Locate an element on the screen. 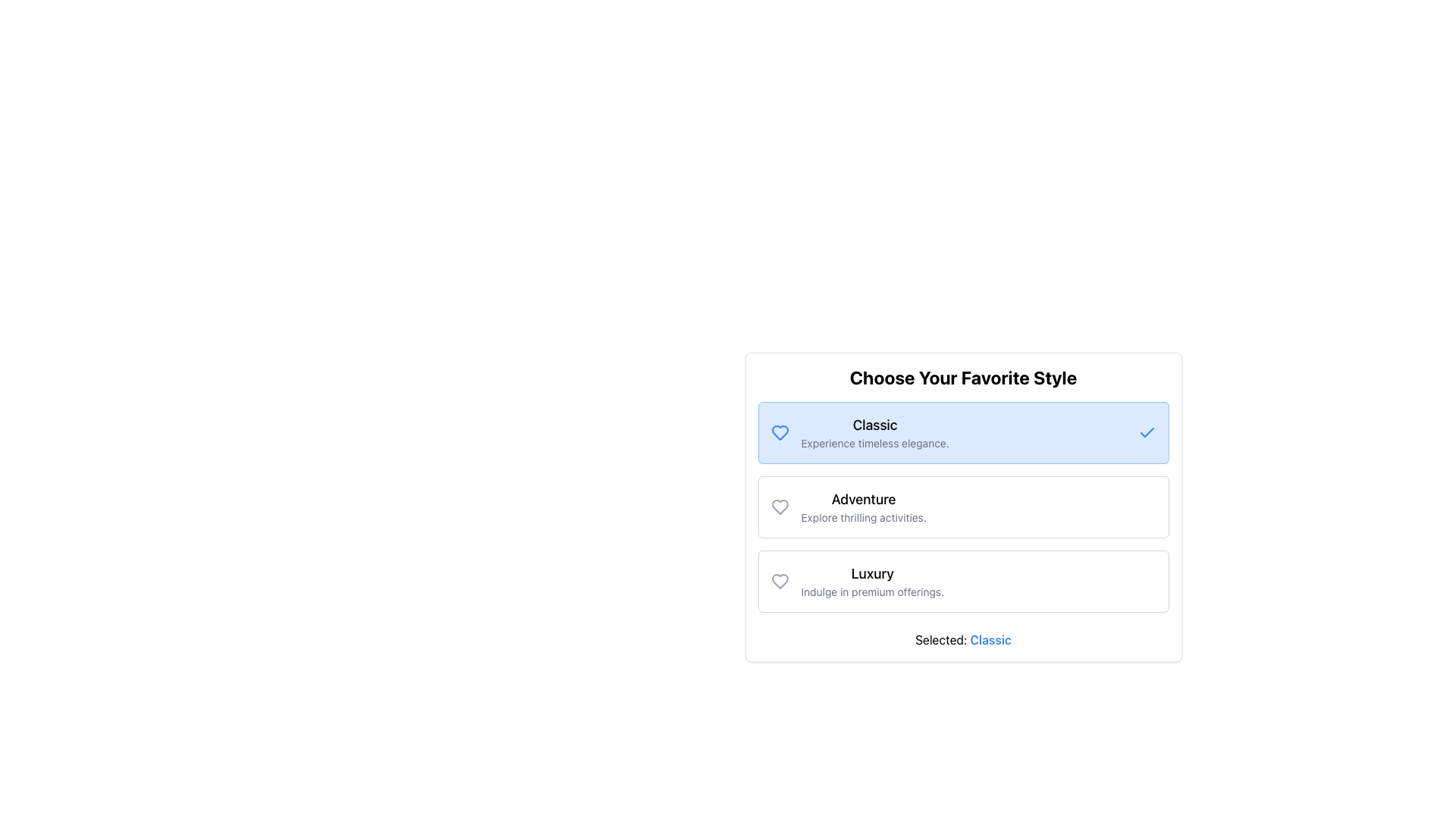  the text display element that shows the title and description for a luxury-themed option, located in the third card of a vertically stacked list is located at coordinates (872, 581).